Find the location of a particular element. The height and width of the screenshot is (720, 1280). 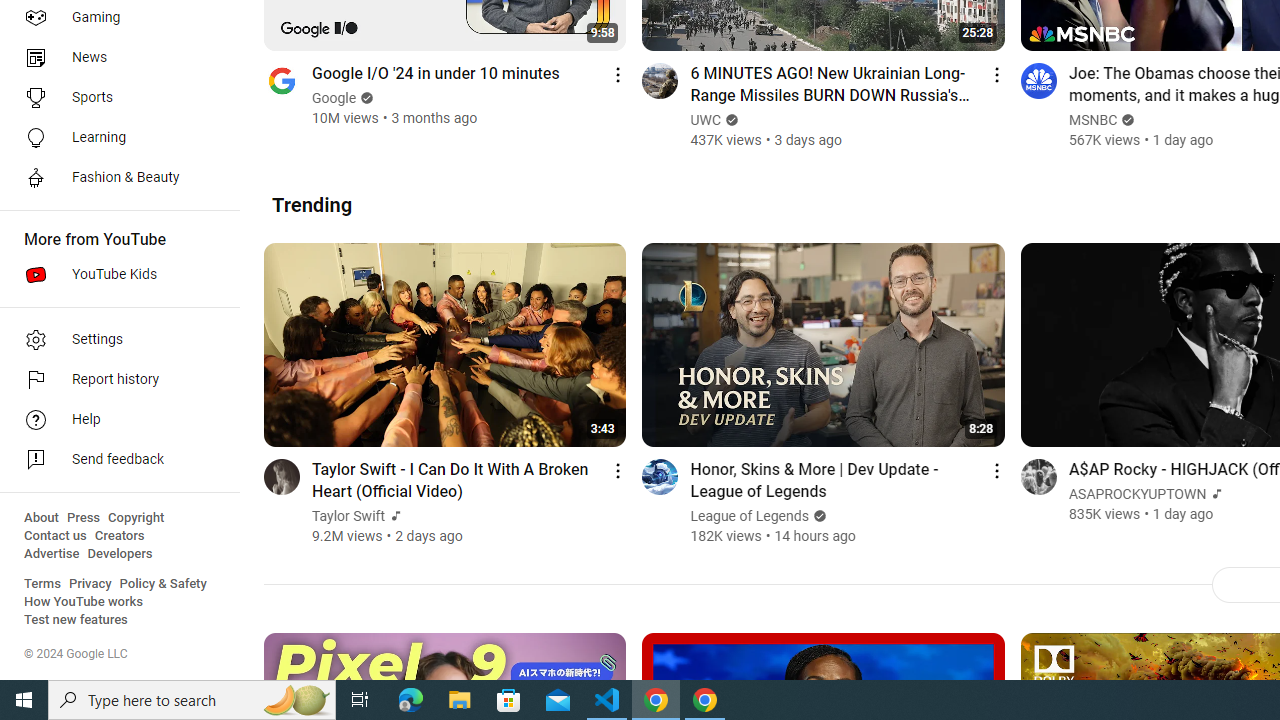

'Send feedback' is located at coordinates (112, 460).